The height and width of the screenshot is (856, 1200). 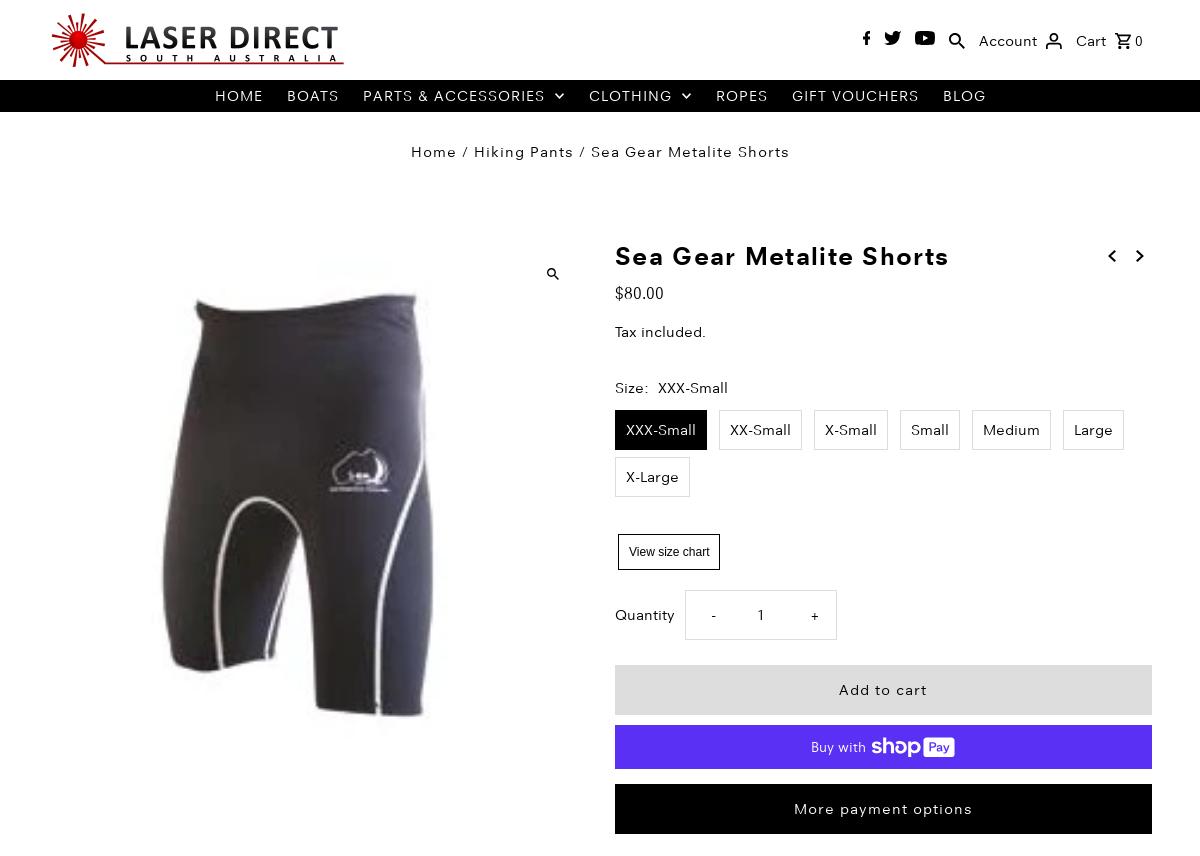 What do you see at coordinates (714, 614) in the screenshot?
I see `'-'` at bounding box center [714, 614].